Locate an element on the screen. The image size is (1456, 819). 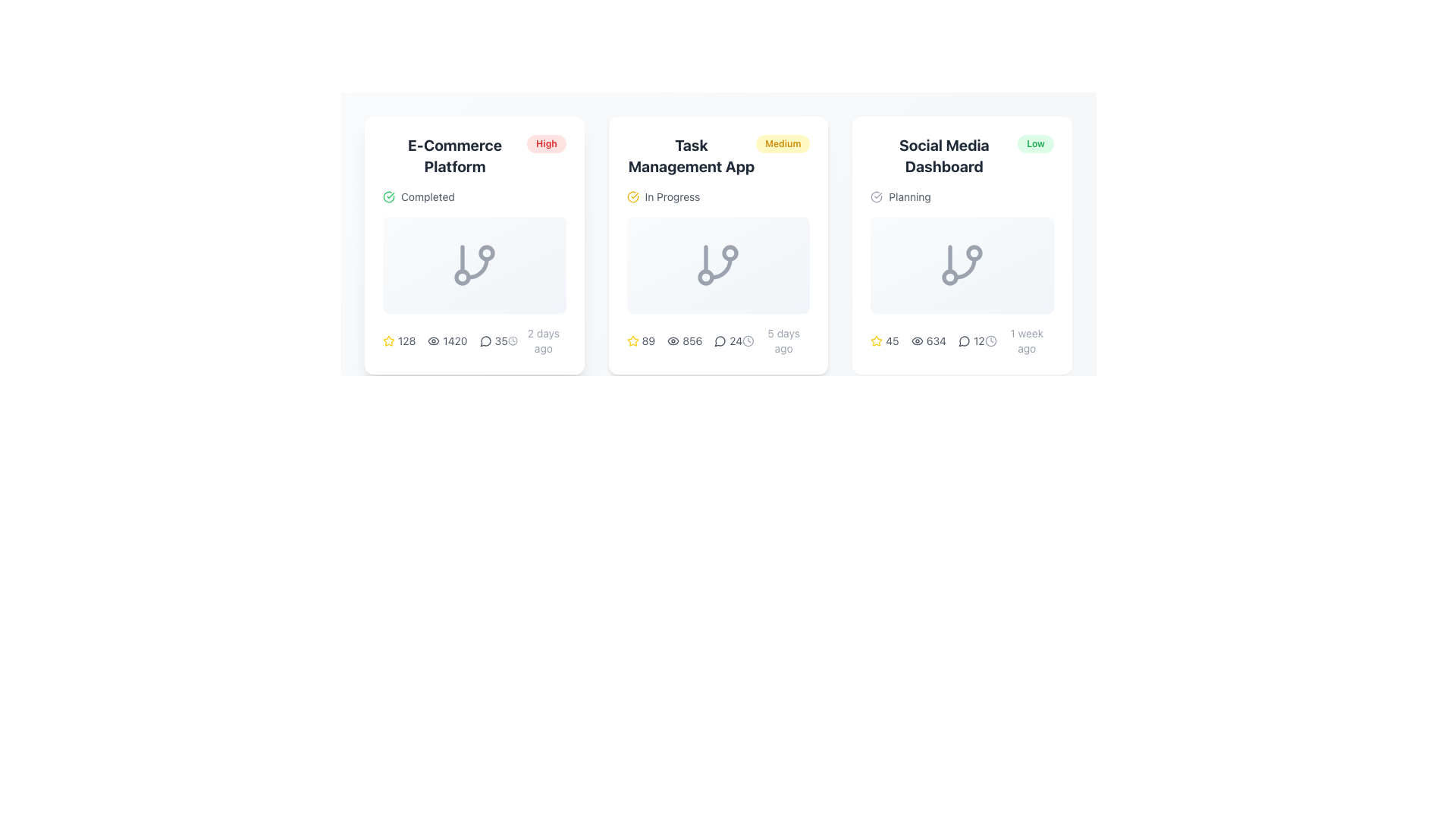
the Star Icon located at the bottom-left area of the first card, which indicates a rating or favorite feature, positioned to the left of the number '128' is located at coordinates (389, 341).